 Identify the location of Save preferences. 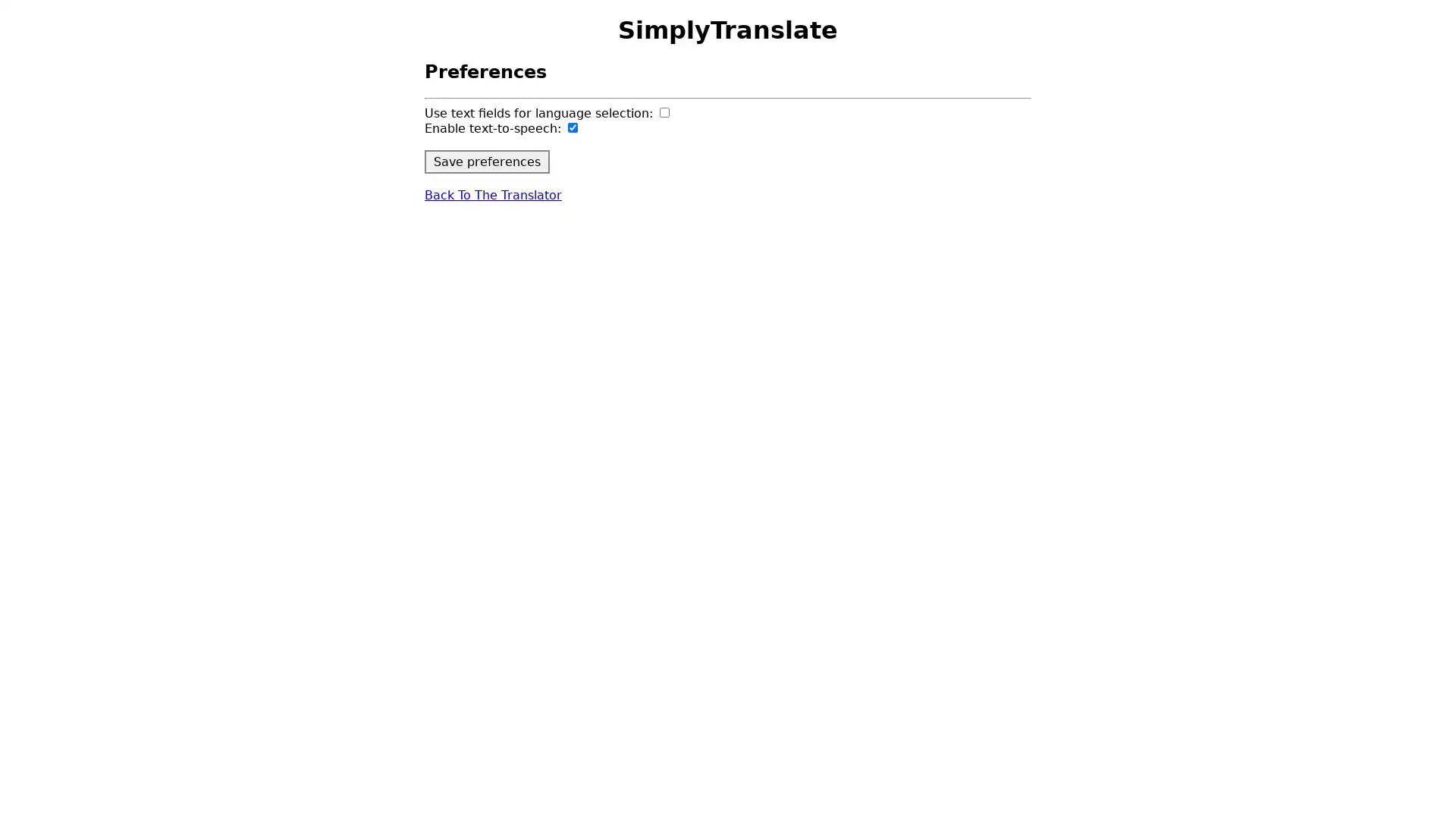
(487, 161).